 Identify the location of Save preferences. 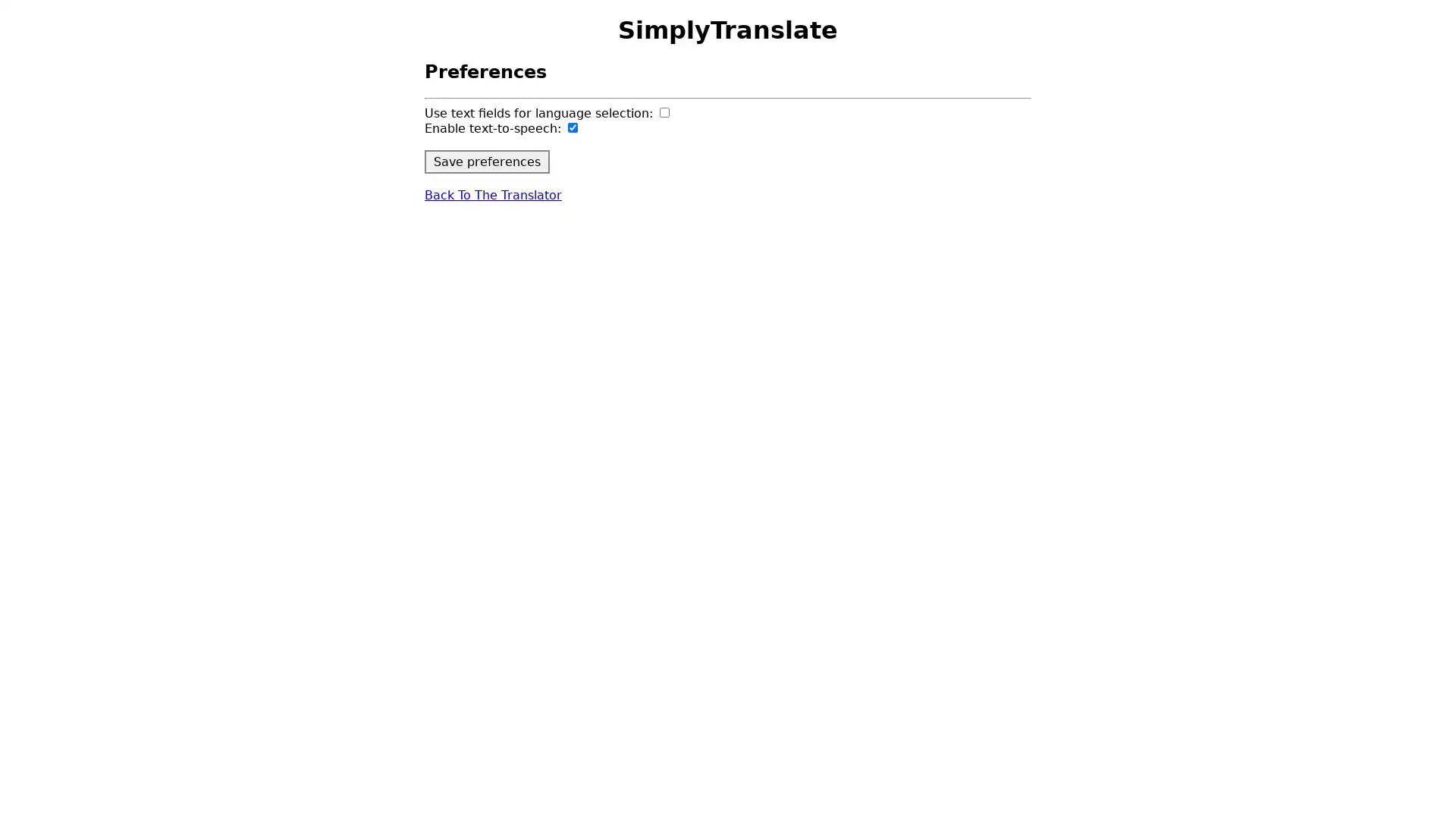
(487, 161).